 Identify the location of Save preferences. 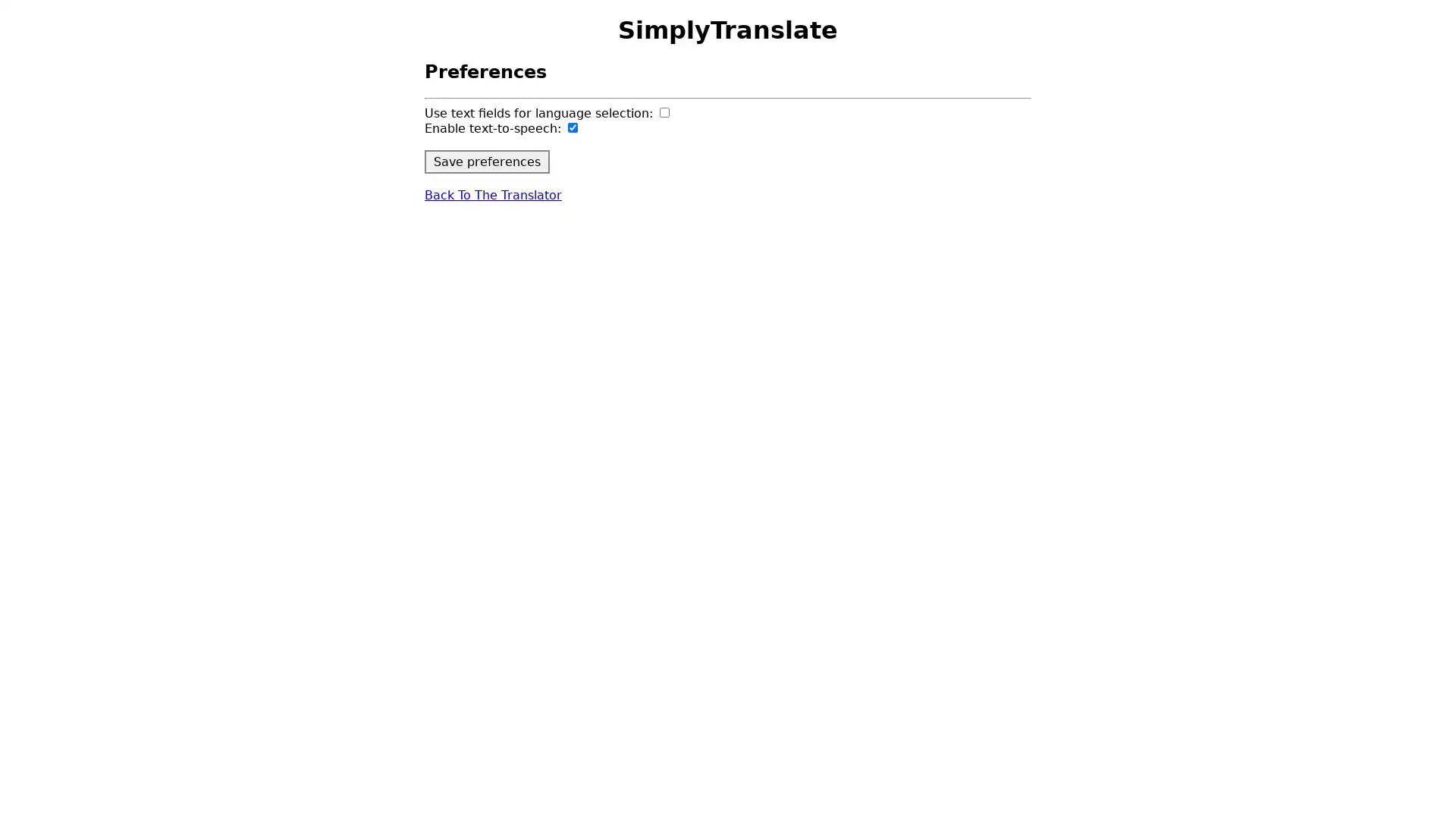
(487, 161).